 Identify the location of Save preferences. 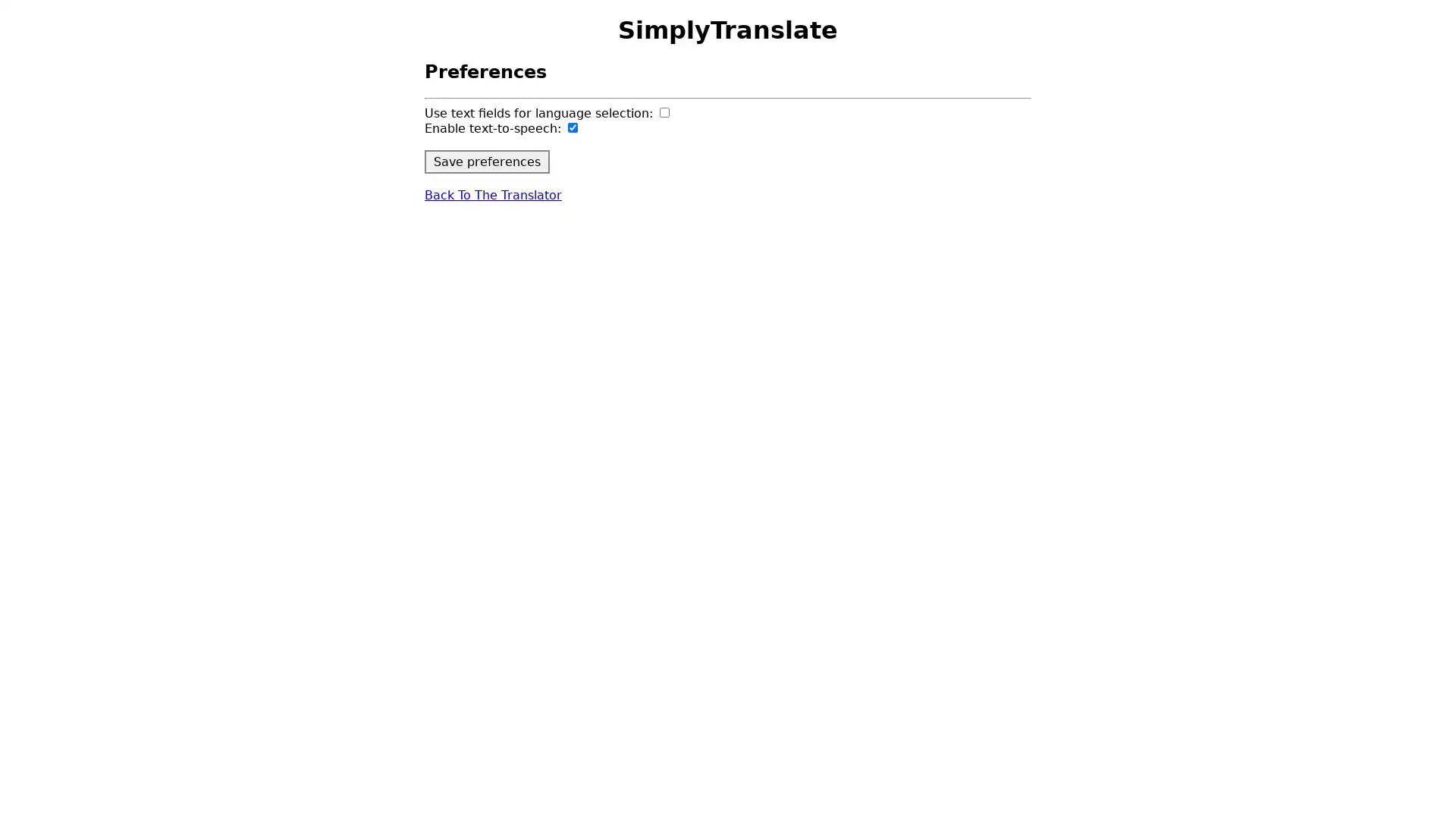
(487, 161).